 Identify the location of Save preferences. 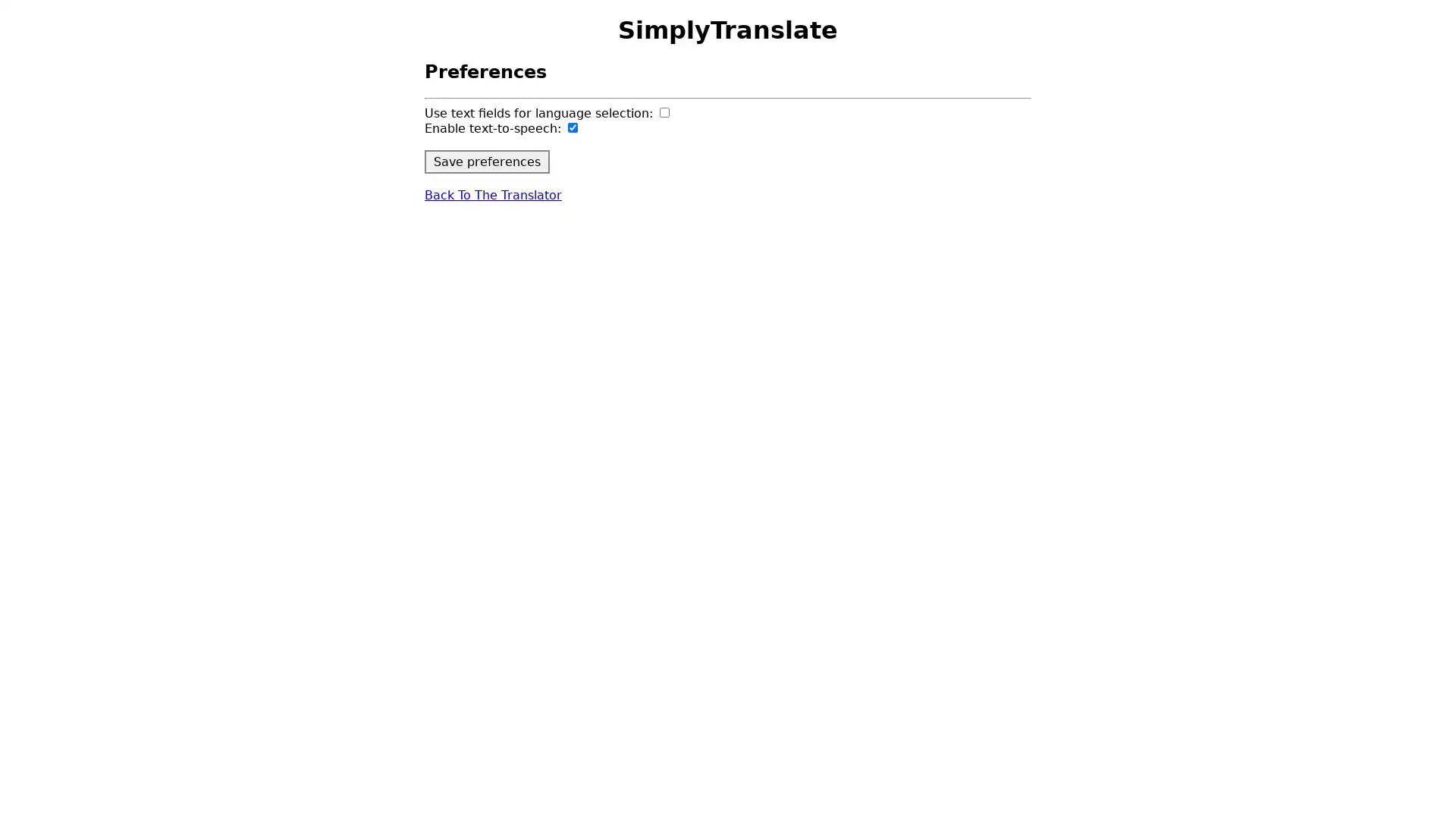
(487, 161).